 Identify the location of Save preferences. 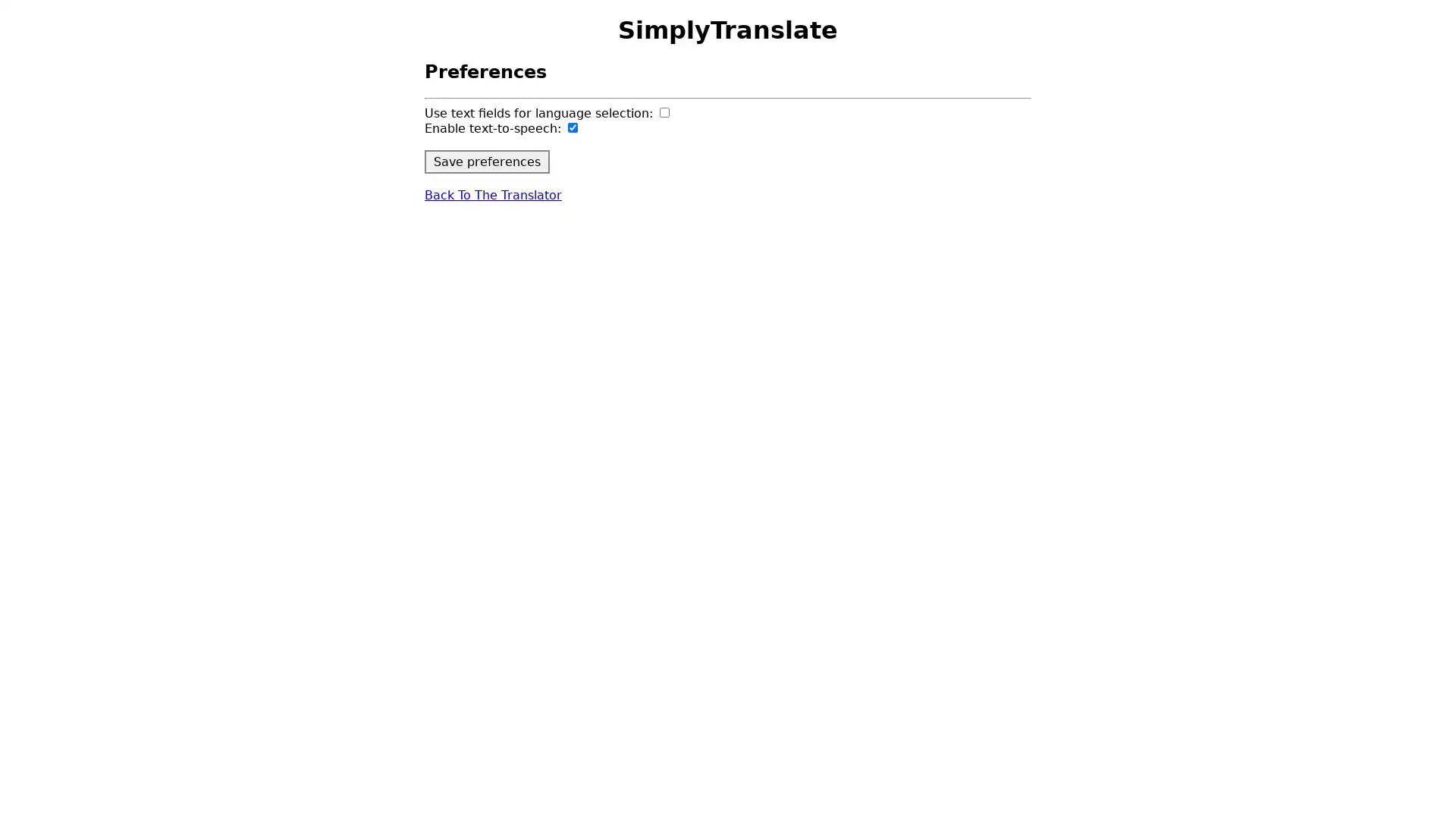
(487, 161).